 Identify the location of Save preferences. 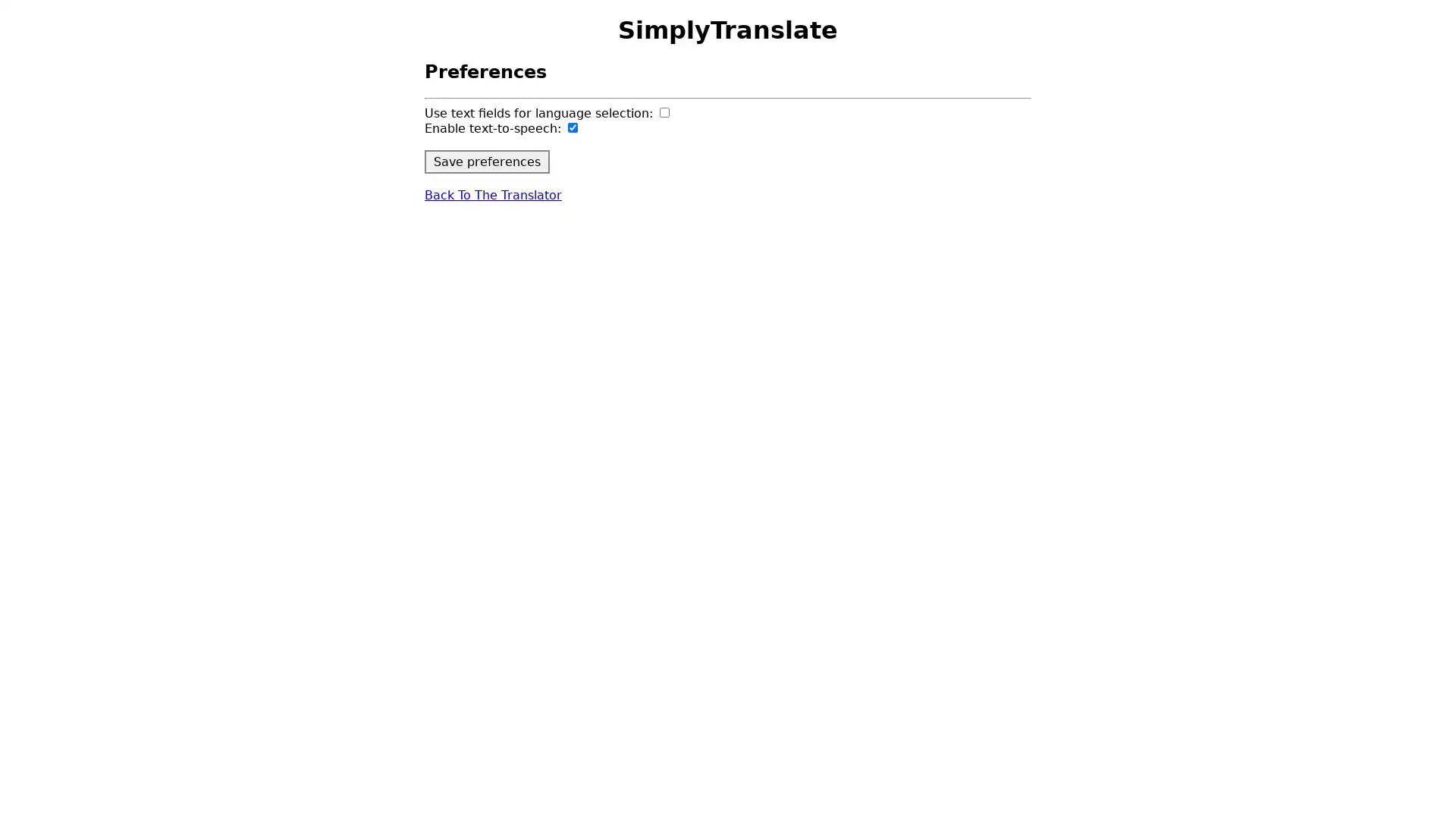
(487, 161).